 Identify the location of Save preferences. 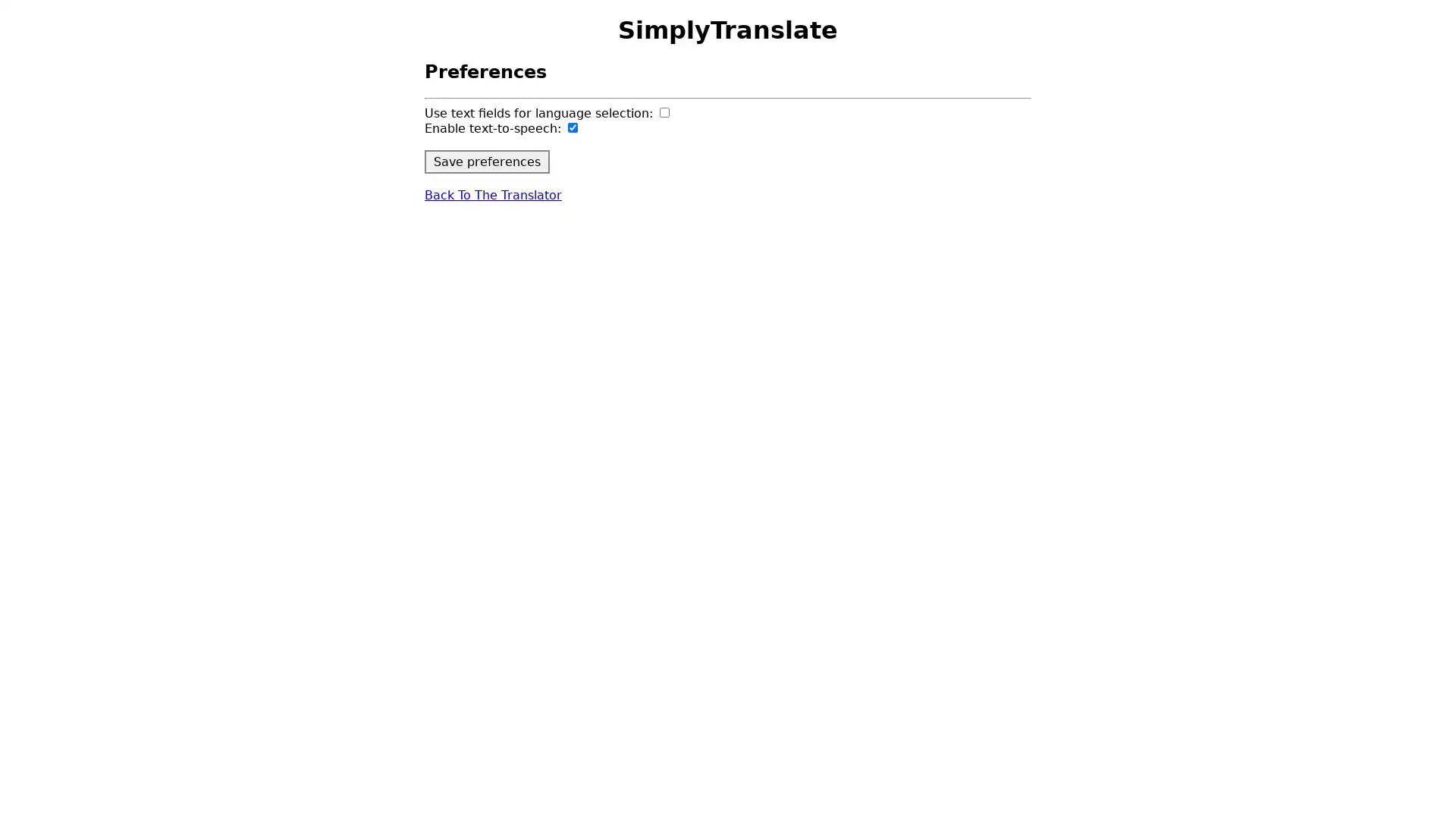
(487, 161).